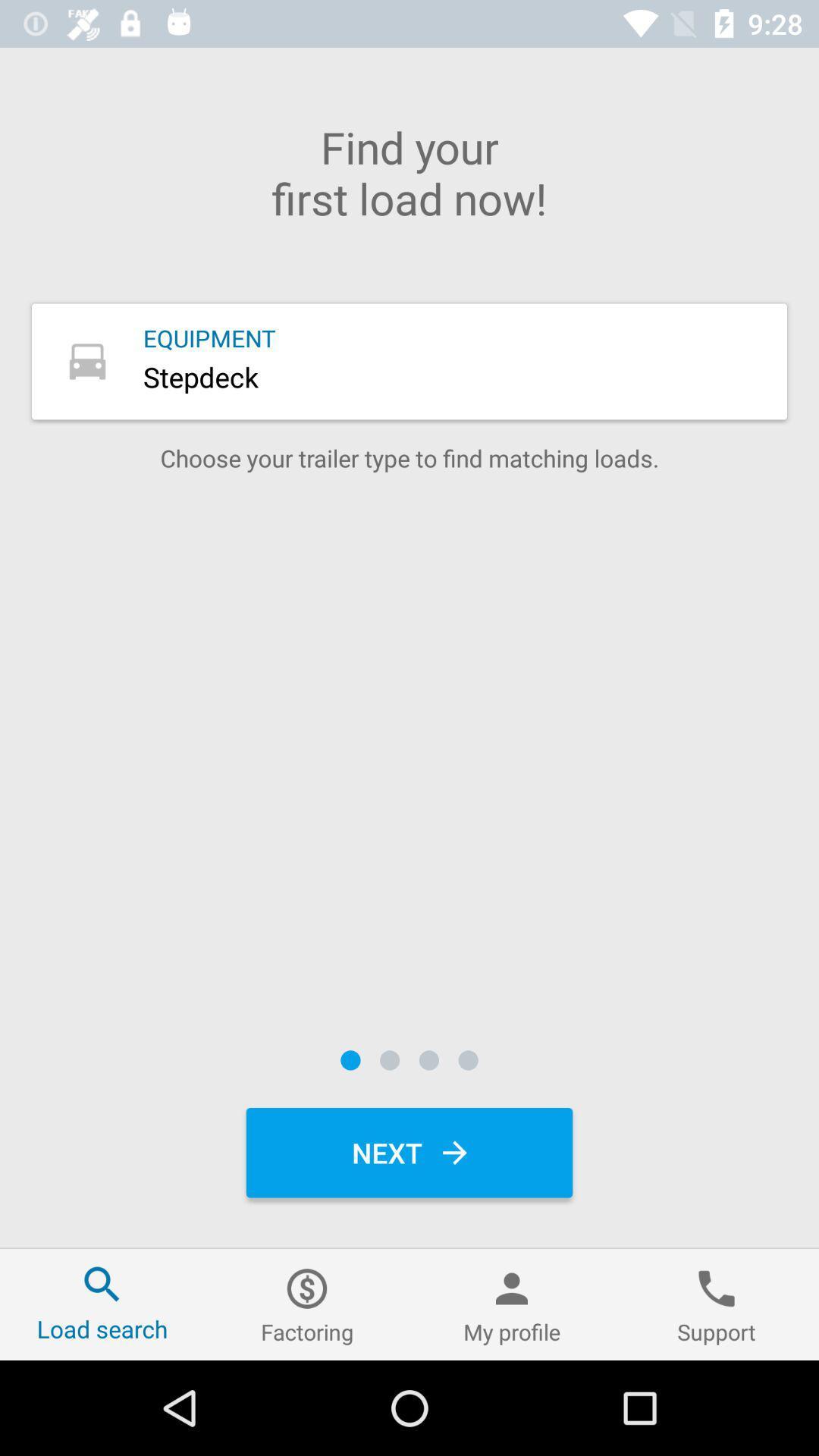  I want to click on the left of my profile, so click(307, 1304).